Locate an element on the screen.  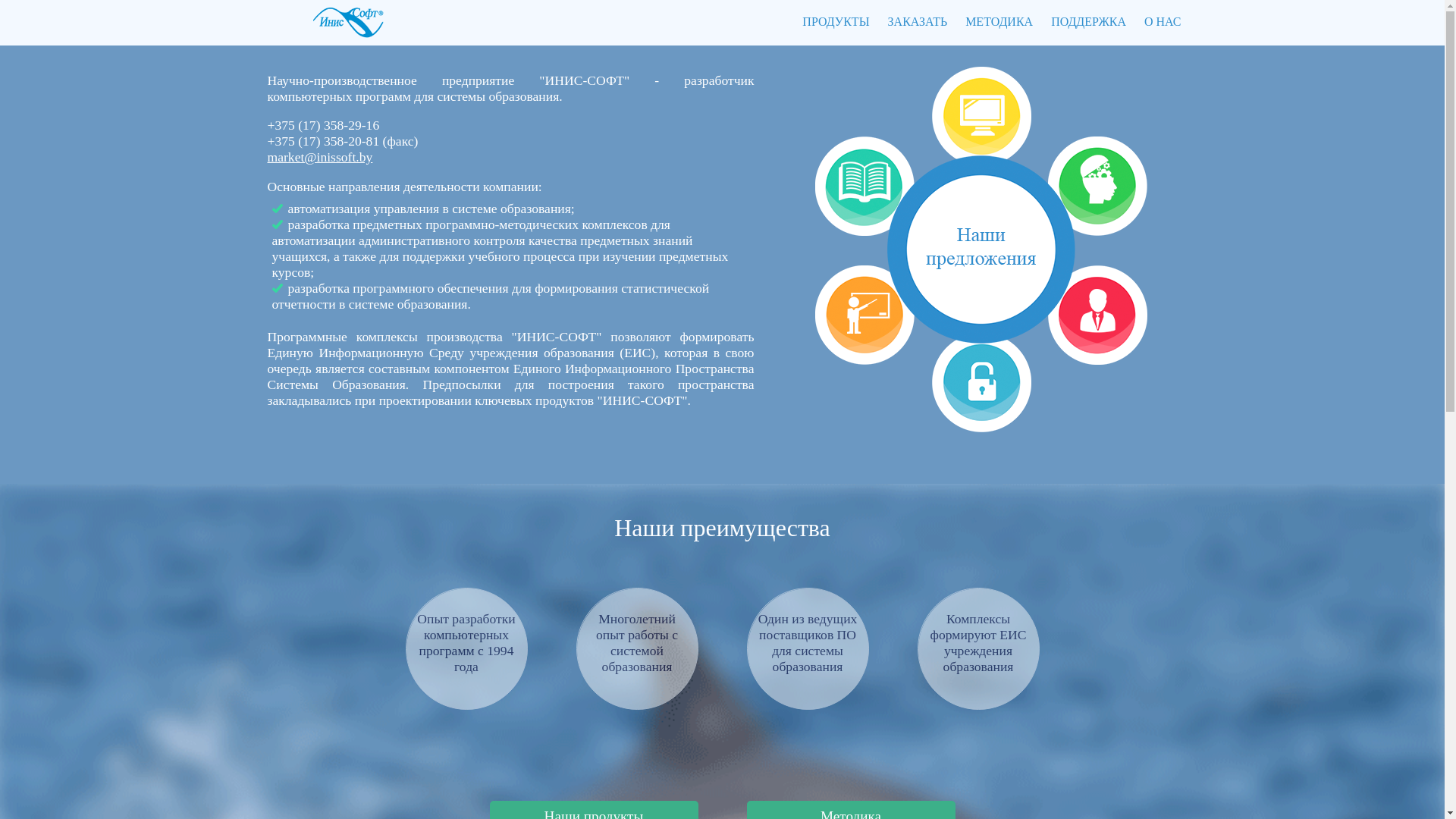
'market@inissoft.by' is located at coordinates (266, 157).